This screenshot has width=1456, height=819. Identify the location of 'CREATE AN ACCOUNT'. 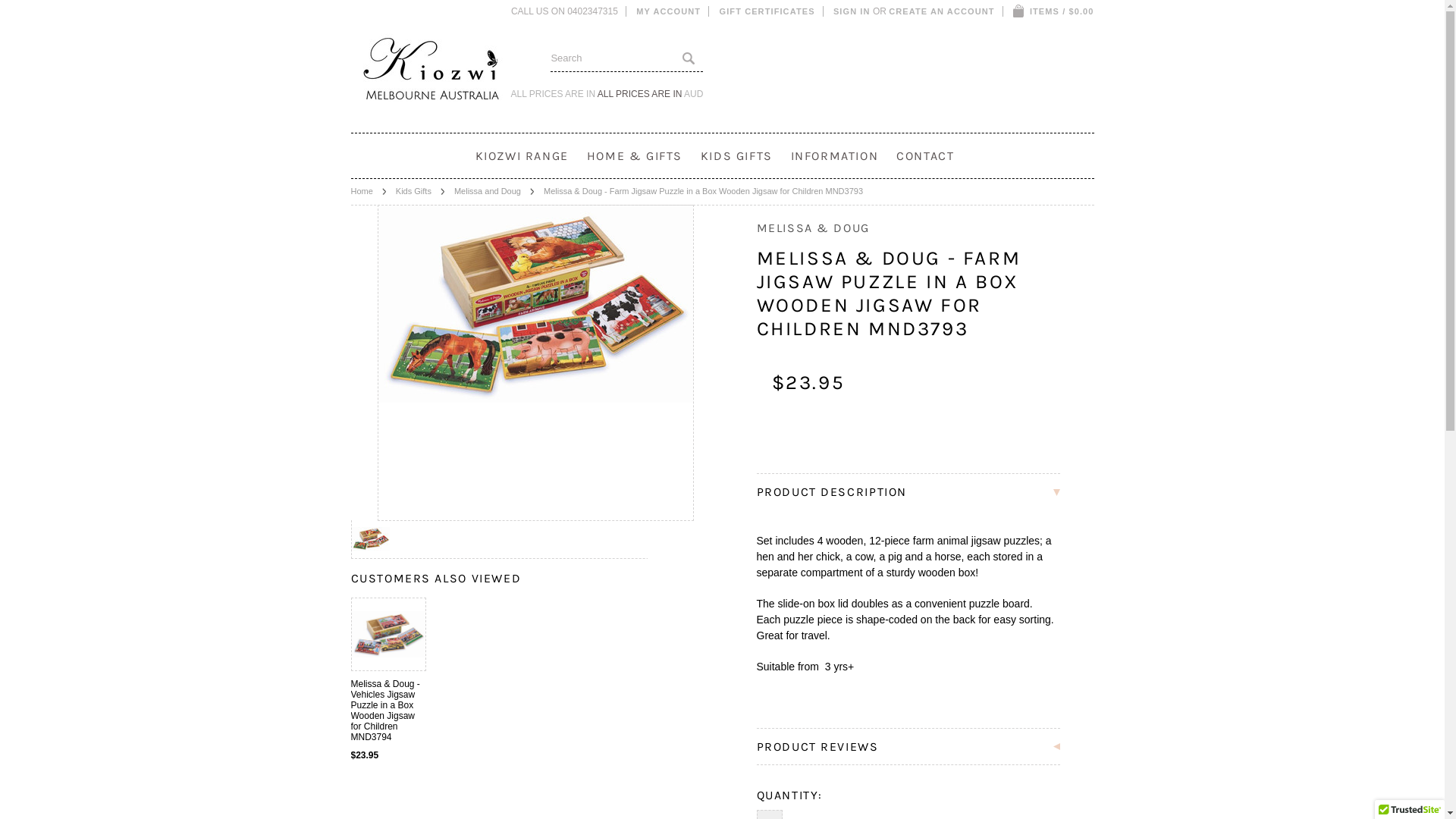
(940, 11).